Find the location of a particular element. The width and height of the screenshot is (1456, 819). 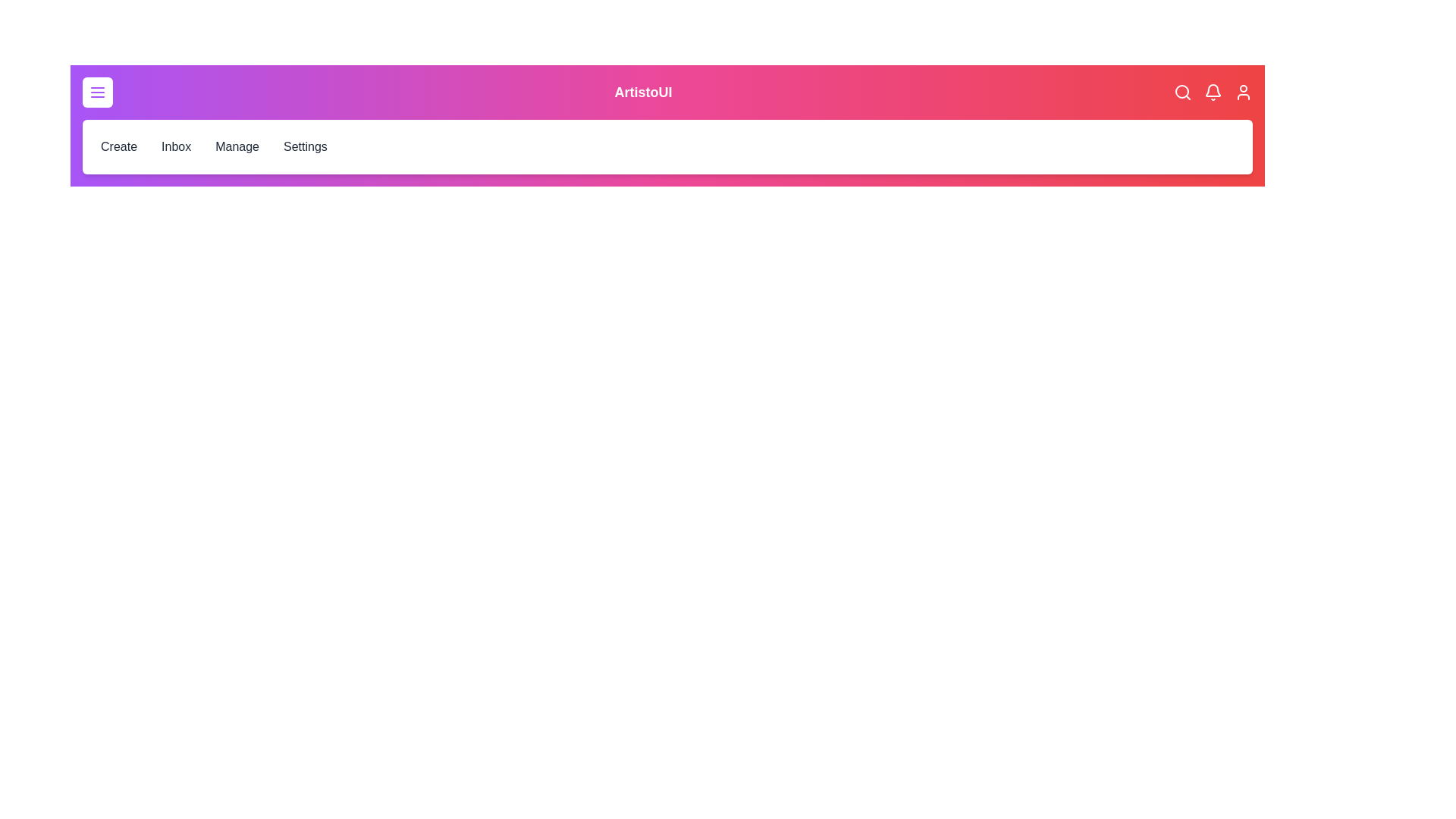

the Inbox menu item is located at coordinates (175, 146).